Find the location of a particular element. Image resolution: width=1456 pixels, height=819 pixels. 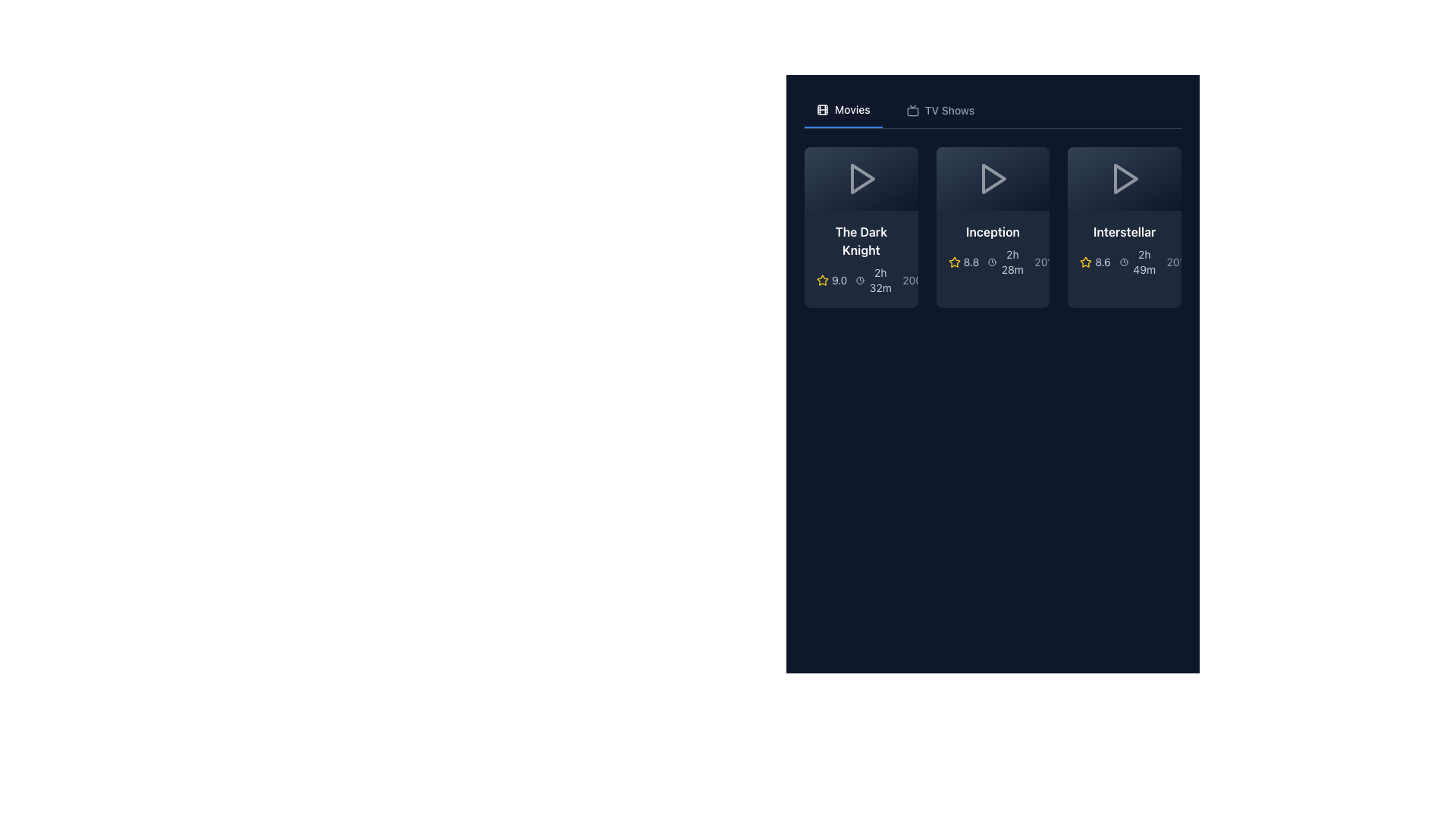

the text label displaying '2h 28m' located within the 'Inception' card in the movie information layout is located at coordinates (1012, 262).